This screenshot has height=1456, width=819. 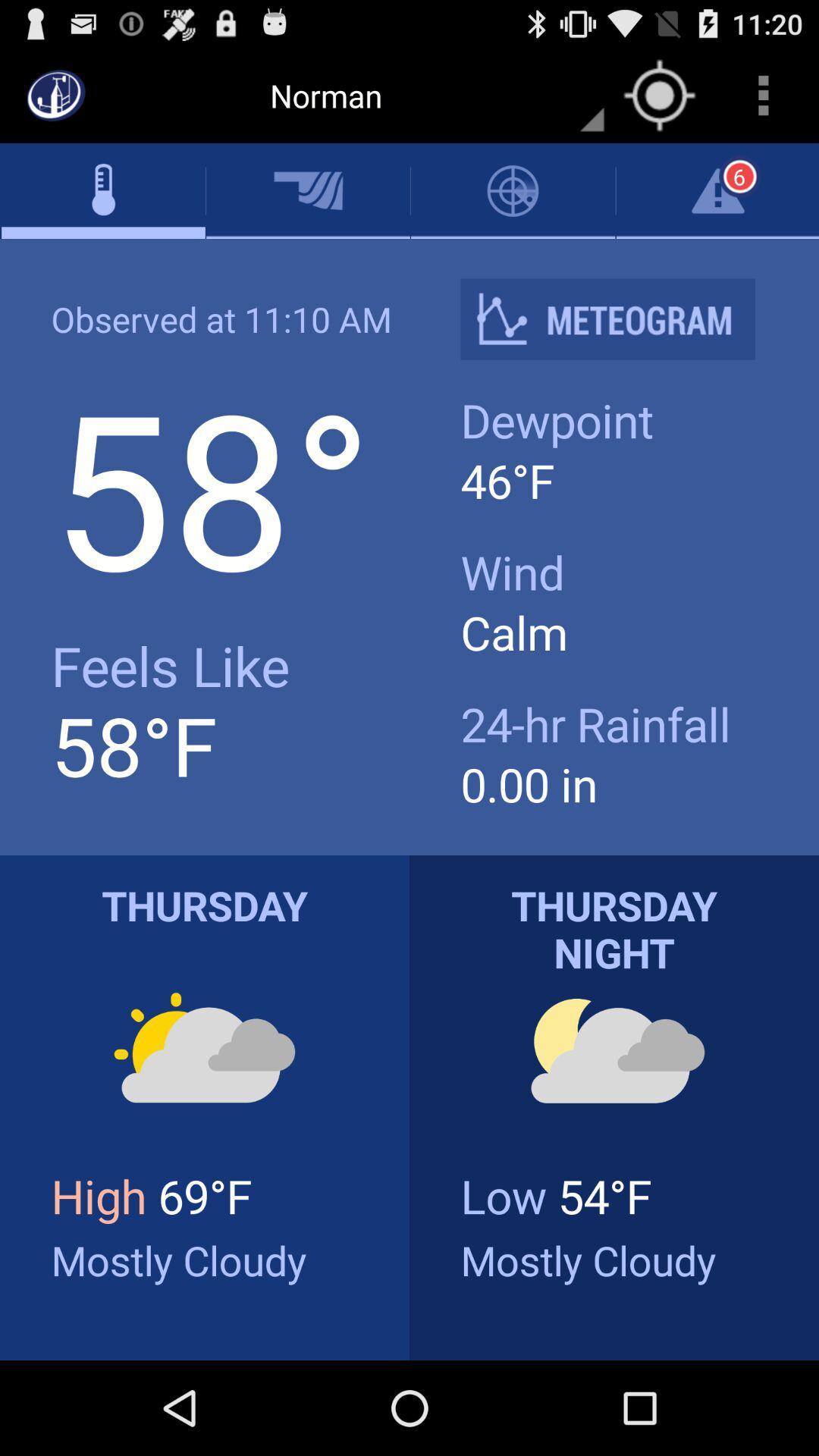 What do you see at coordinates (620, 318) in the screenshot?
I see `icon above dewpoint` at bounding box center [620, 318].